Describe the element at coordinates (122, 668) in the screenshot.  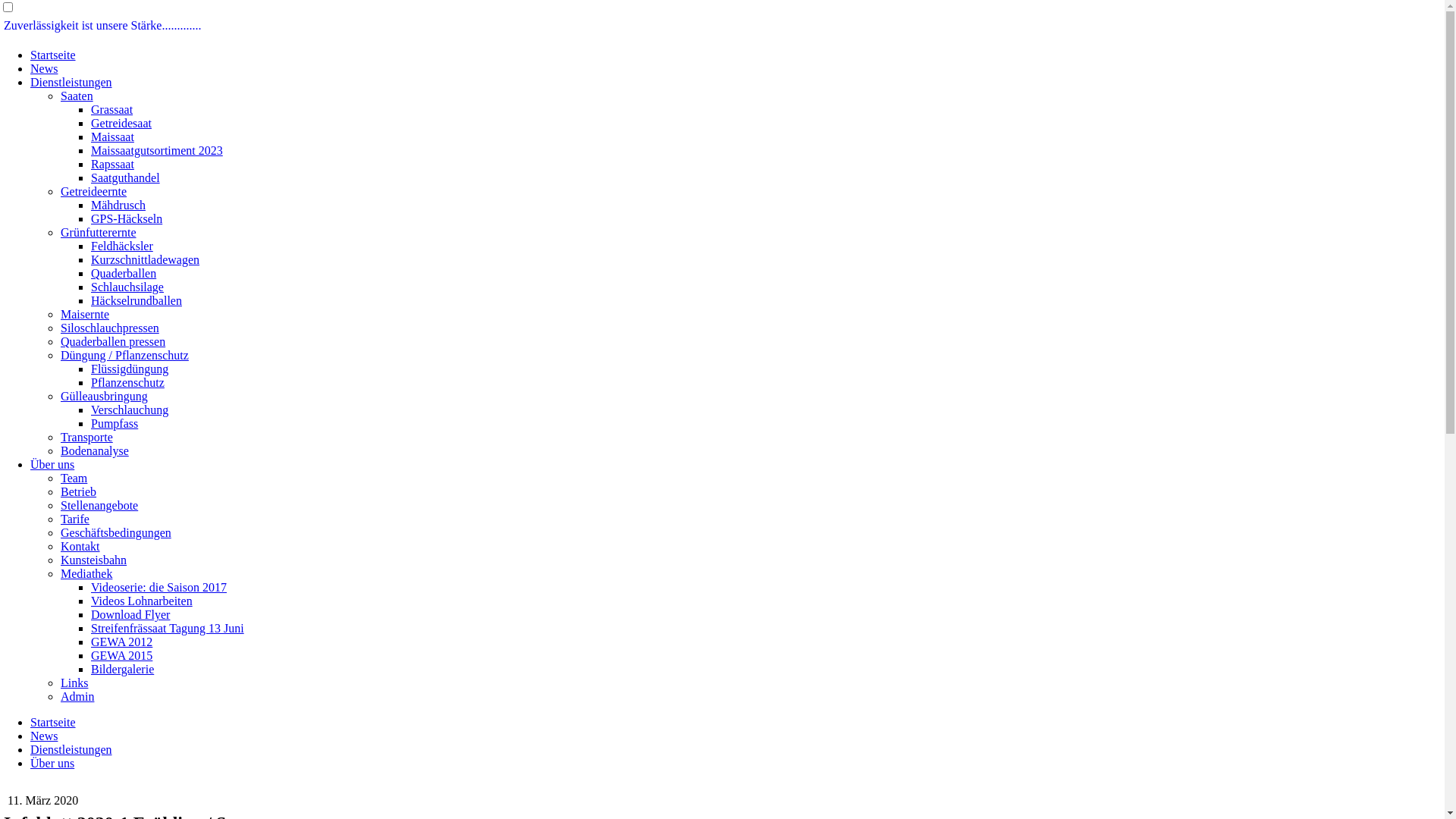
I see `'Bildergalerie'` at that location.